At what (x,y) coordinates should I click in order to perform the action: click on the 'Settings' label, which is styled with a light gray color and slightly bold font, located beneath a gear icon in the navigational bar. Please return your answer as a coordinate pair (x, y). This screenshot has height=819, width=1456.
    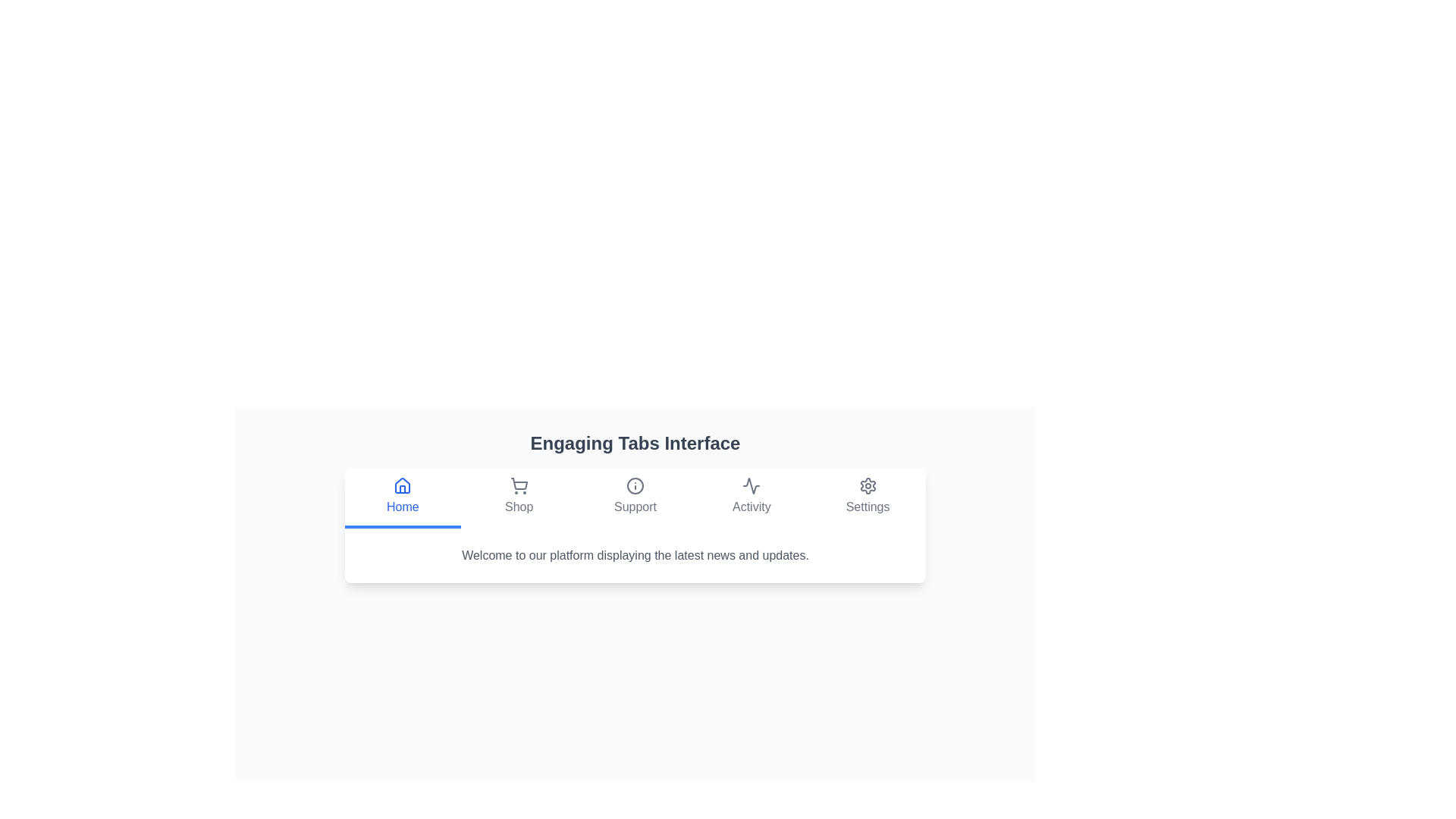
    Looking at the image, I should click on (868, 507).